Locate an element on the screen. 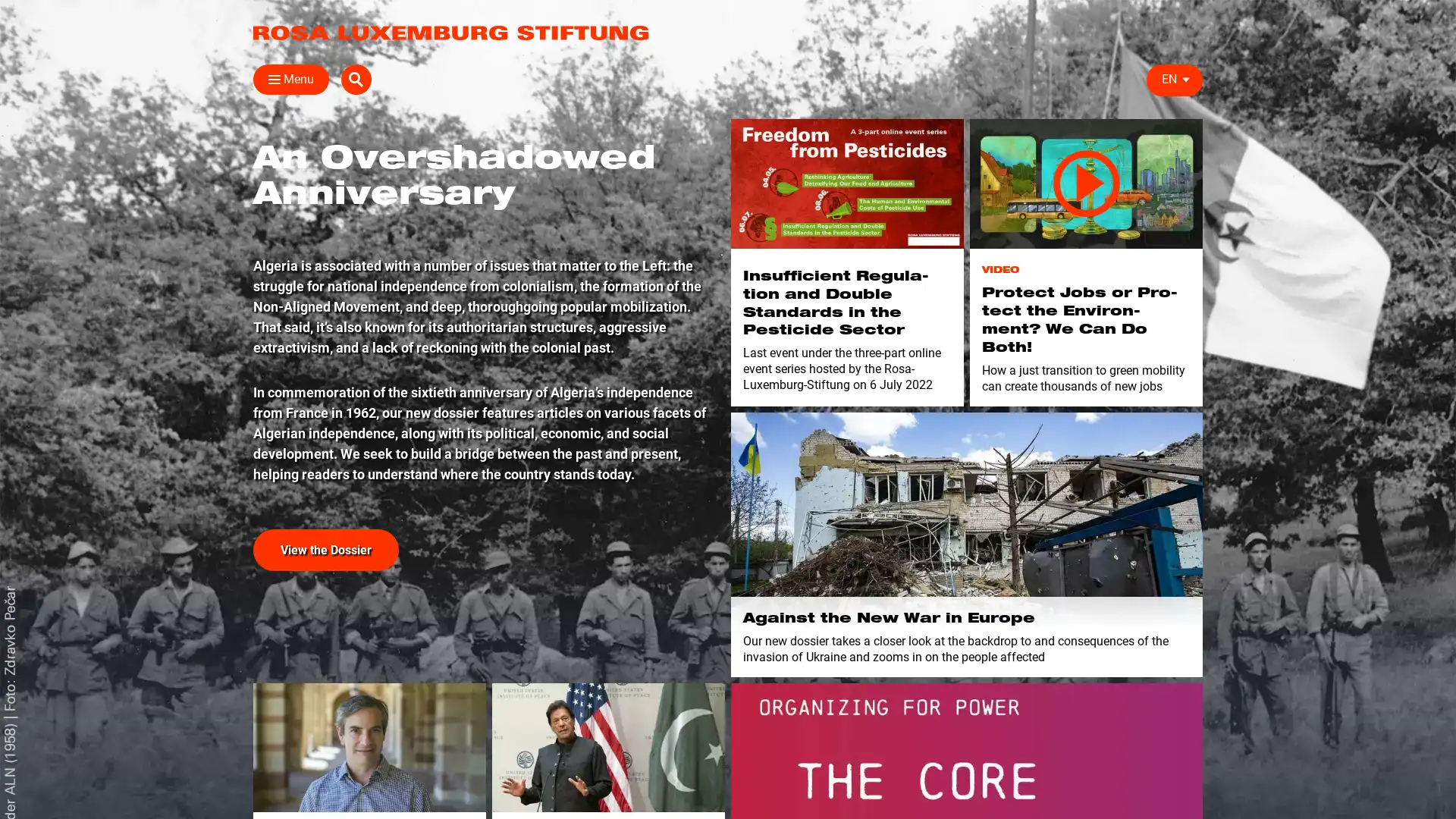 The width and height of the screenshot is (1456, 819). Show more / less is located at coordinates (246, 275).